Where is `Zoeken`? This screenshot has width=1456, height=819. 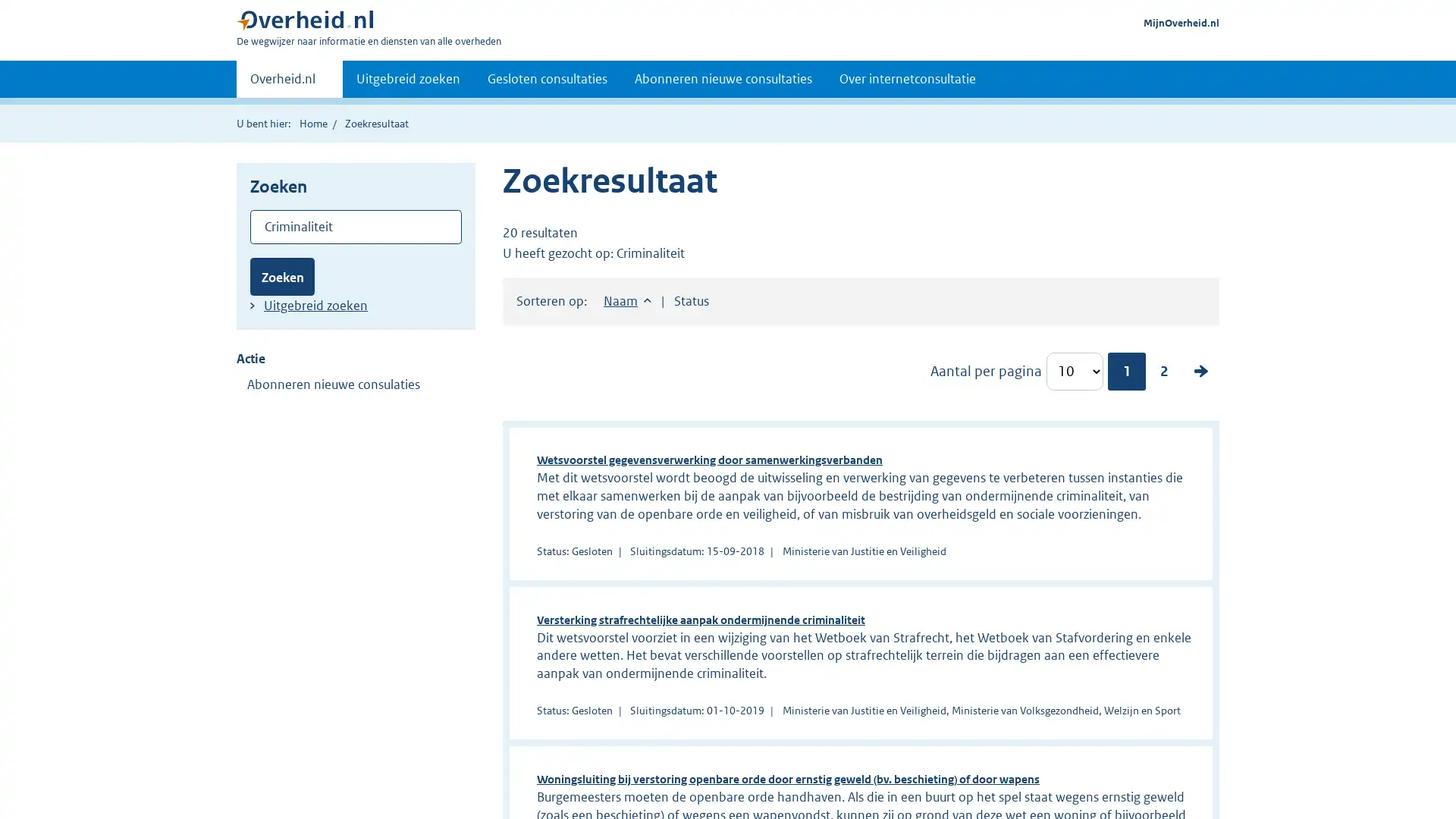 Zoeken is located at coordinates (282, 276).